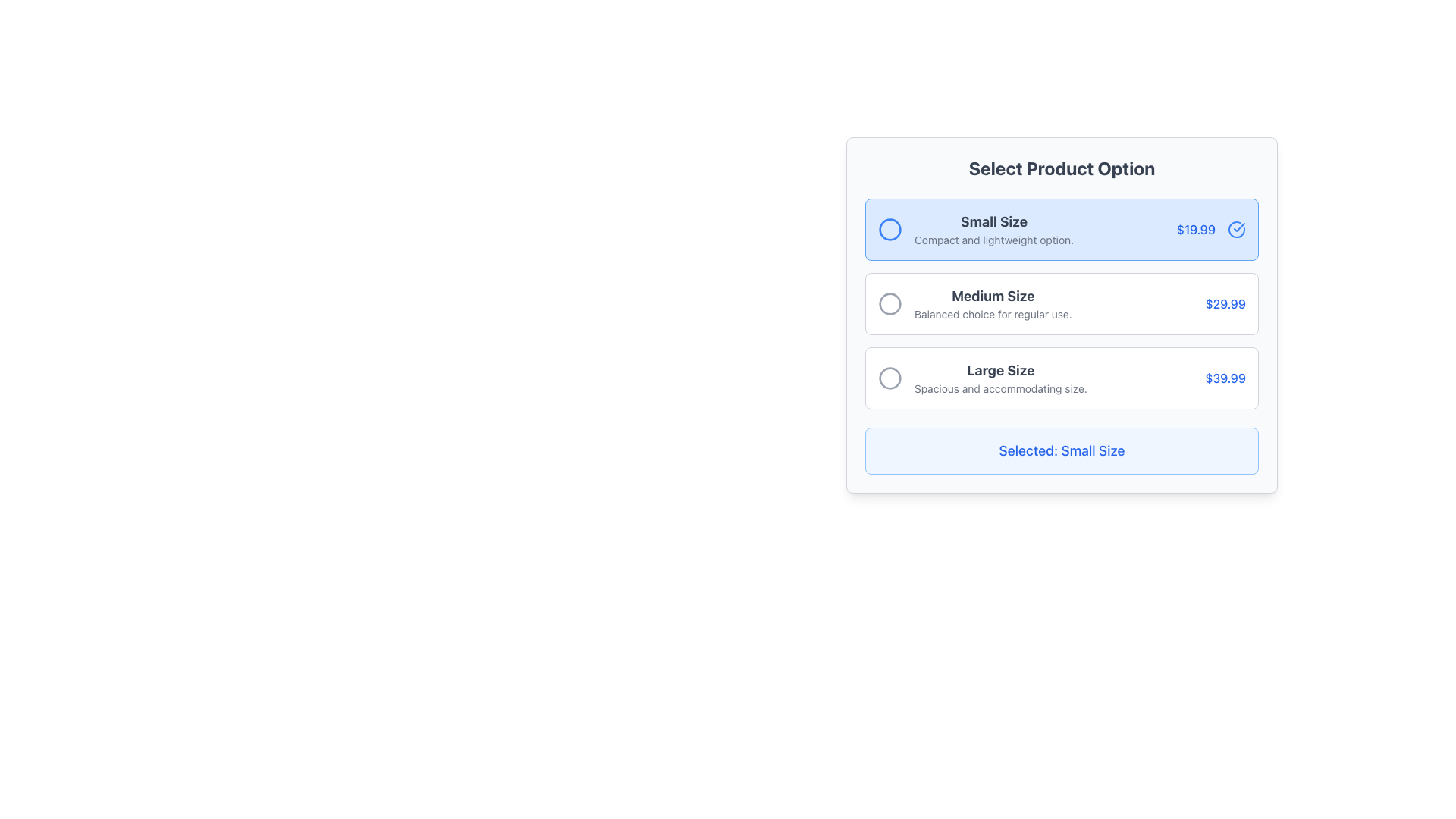 This screenshot has height=819, width=1456. I want to click on the visual indicator icon representing the selected 'Small Size' option, so click(1237, 230).